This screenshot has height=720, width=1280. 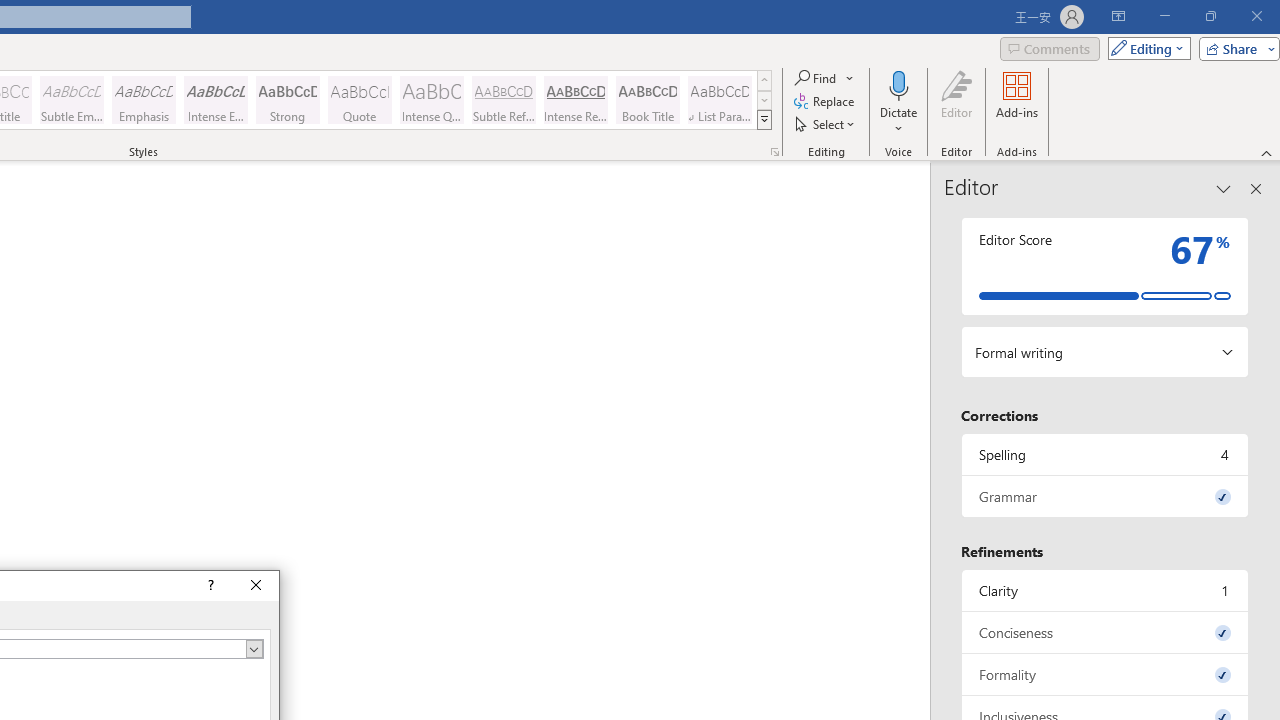 I want to click on 'Subtle Emphasis', so click(x=71, y=100).